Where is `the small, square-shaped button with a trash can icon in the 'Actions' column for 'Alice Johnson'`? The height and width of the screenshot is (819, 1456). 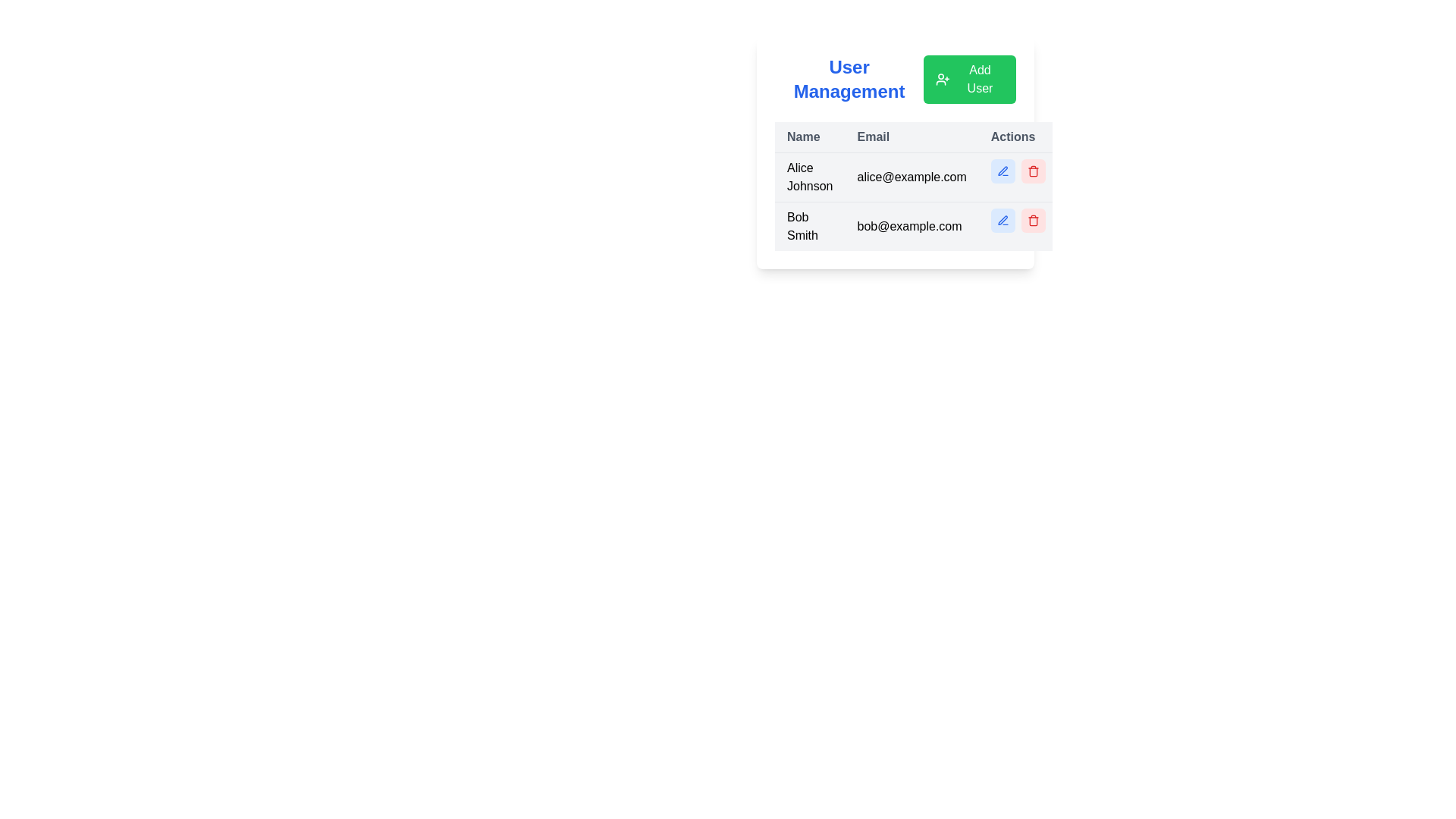
the small, square-shaped button with a trash can icon in the 'Actions' column for 'Alice Johnson' is located at coordinates (1032, 171).